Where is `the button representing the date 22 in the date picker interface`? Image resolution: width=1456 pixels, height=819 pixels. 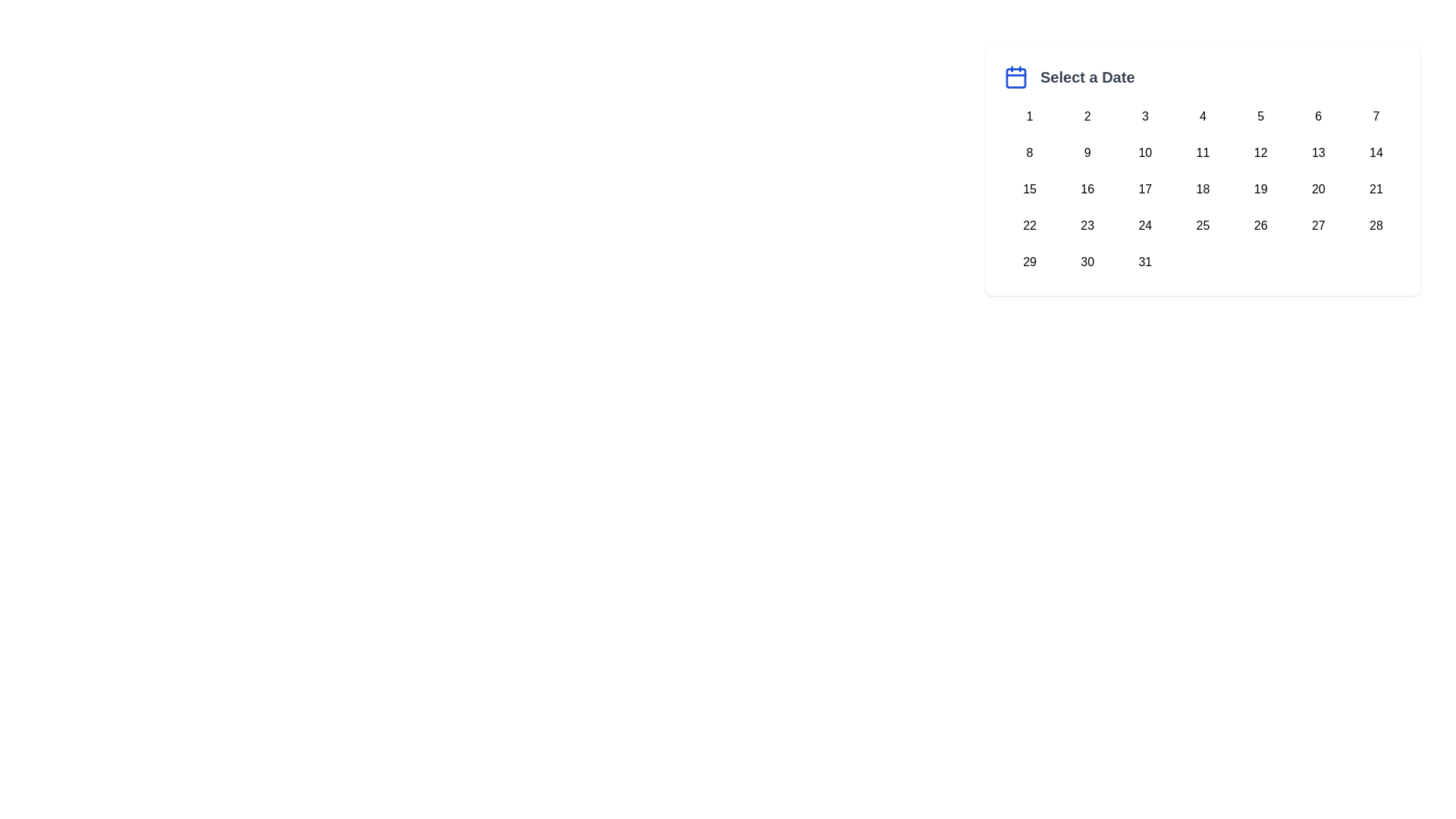
the button representing the date 22 in the date picker interface is located at coordinates (1030, 225).